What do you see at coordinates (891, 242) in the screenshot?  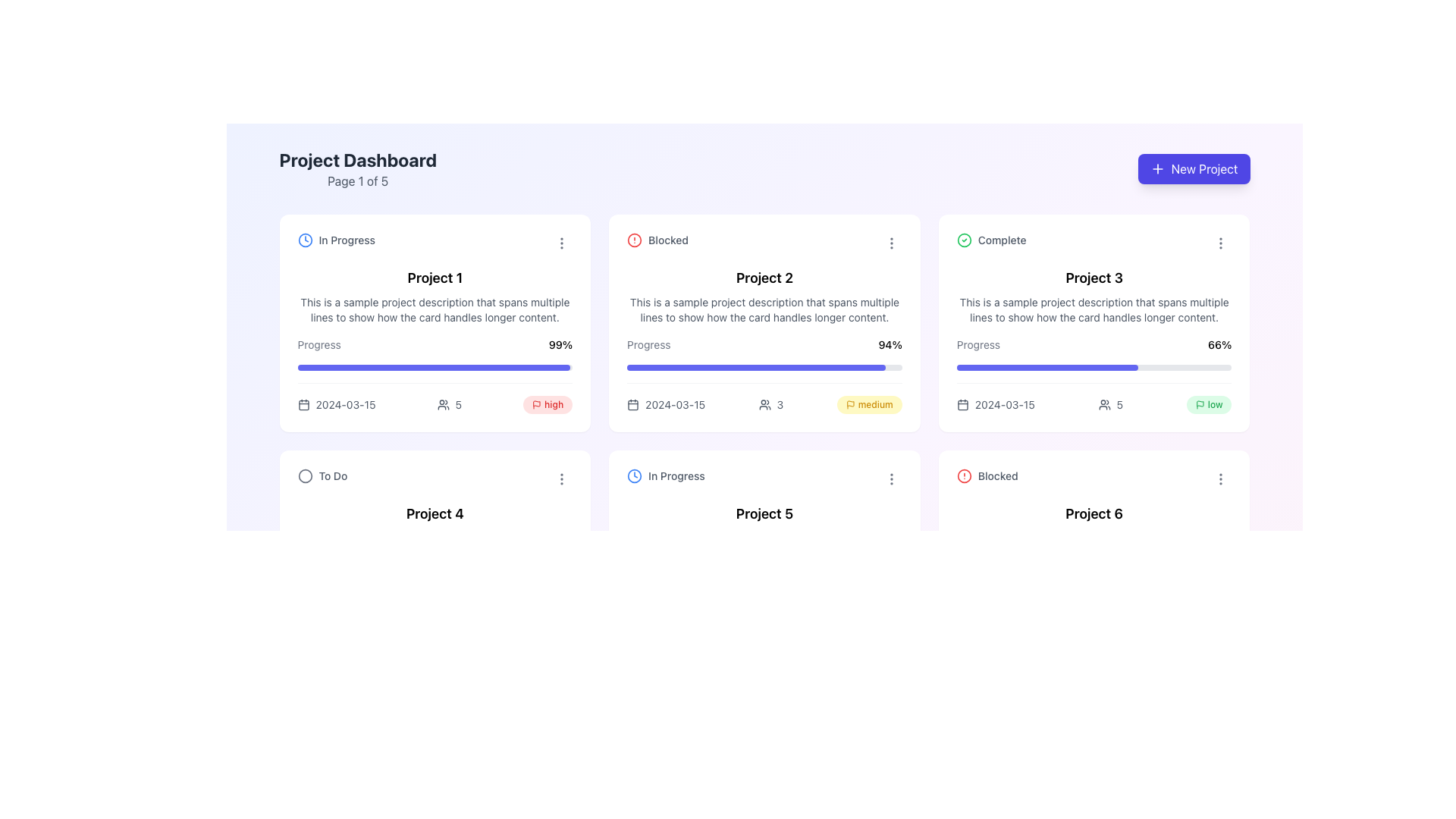 I see `the button located at the top-right corner of the 'Project 2' card` at bounding box center [891, 242].